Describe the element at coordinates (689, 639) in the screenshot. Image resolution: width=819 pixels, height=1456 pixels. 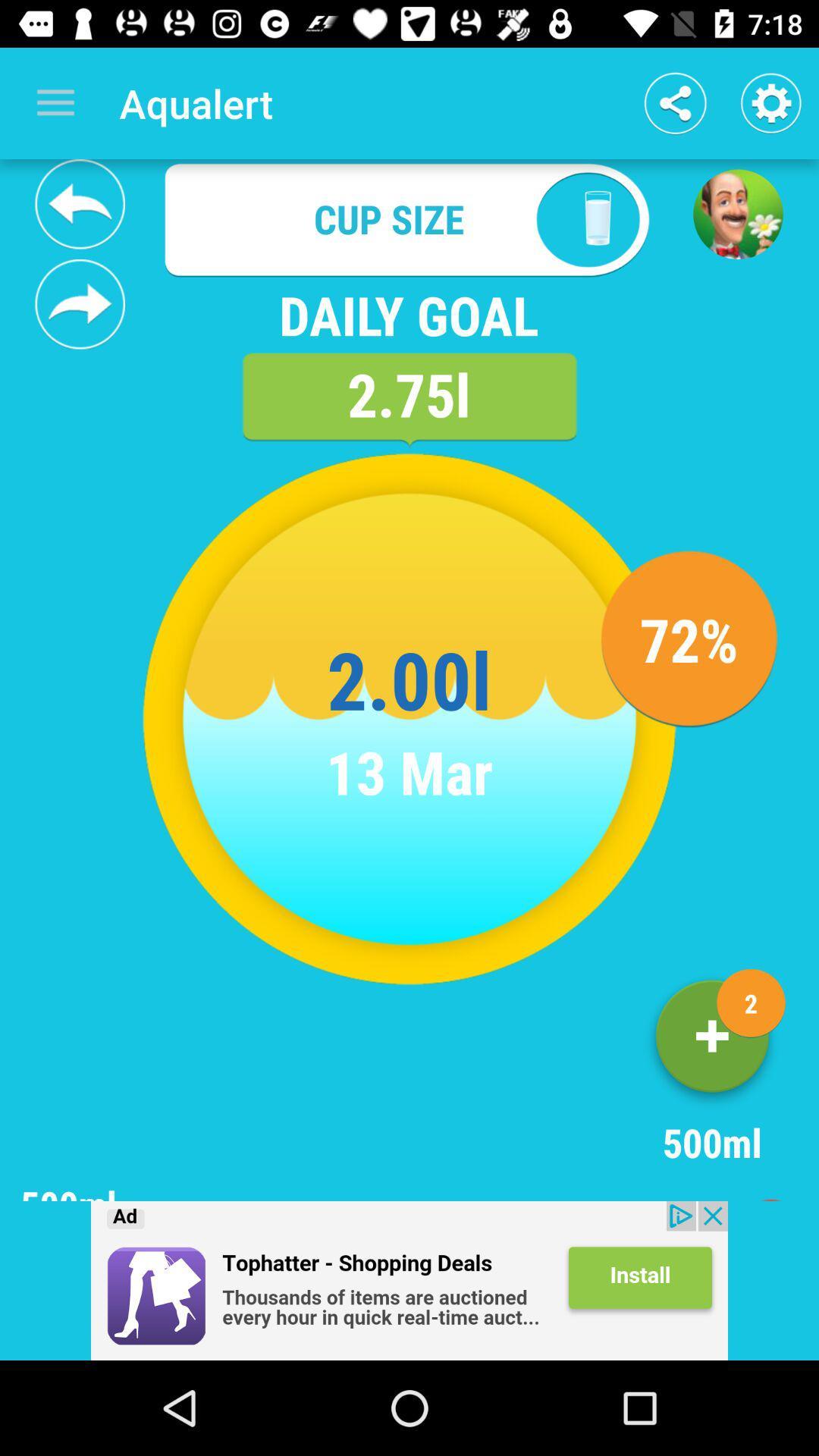
I see `the number 72 on the web page` at that location.